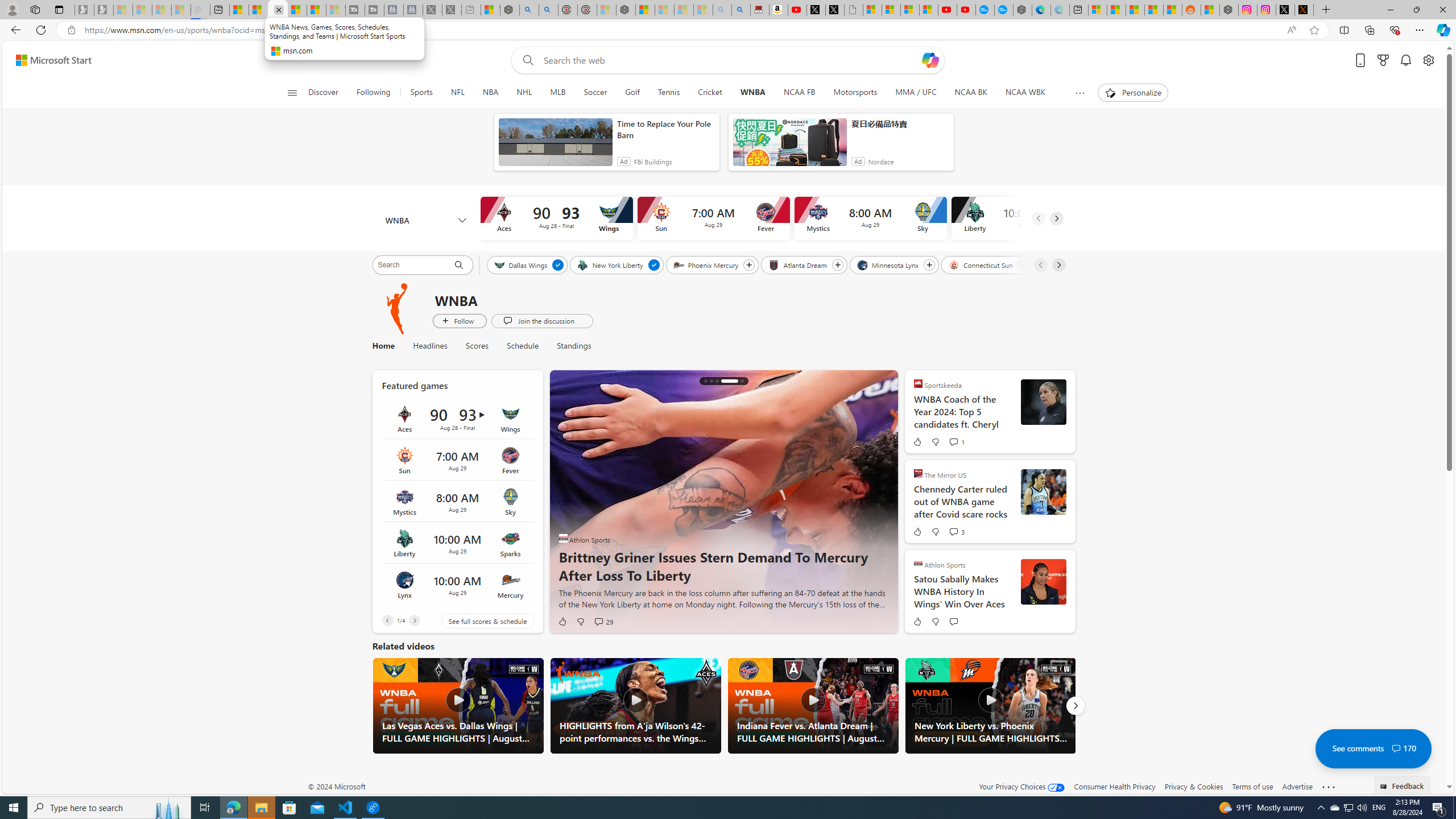  What do you see at coordinates (918, 473) in the screenshot?
I see `'The Mirror US'` at bounding box center [918, 473].